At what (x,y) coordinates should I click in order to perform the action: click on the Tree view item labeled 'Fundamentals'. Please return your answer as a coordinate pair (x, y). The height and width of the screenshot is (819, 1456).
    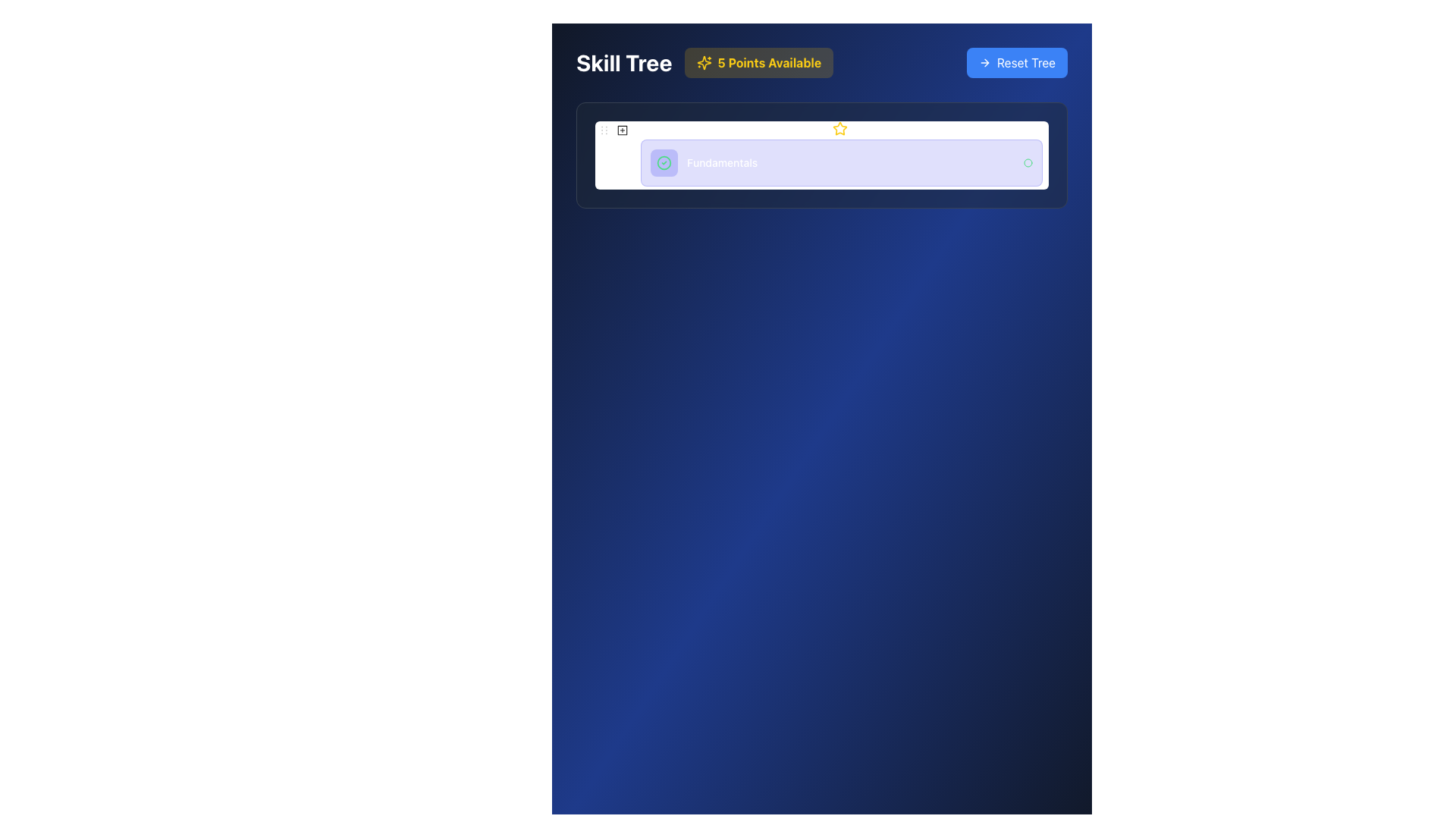
    Looking at the image, I should click on (821, 154).